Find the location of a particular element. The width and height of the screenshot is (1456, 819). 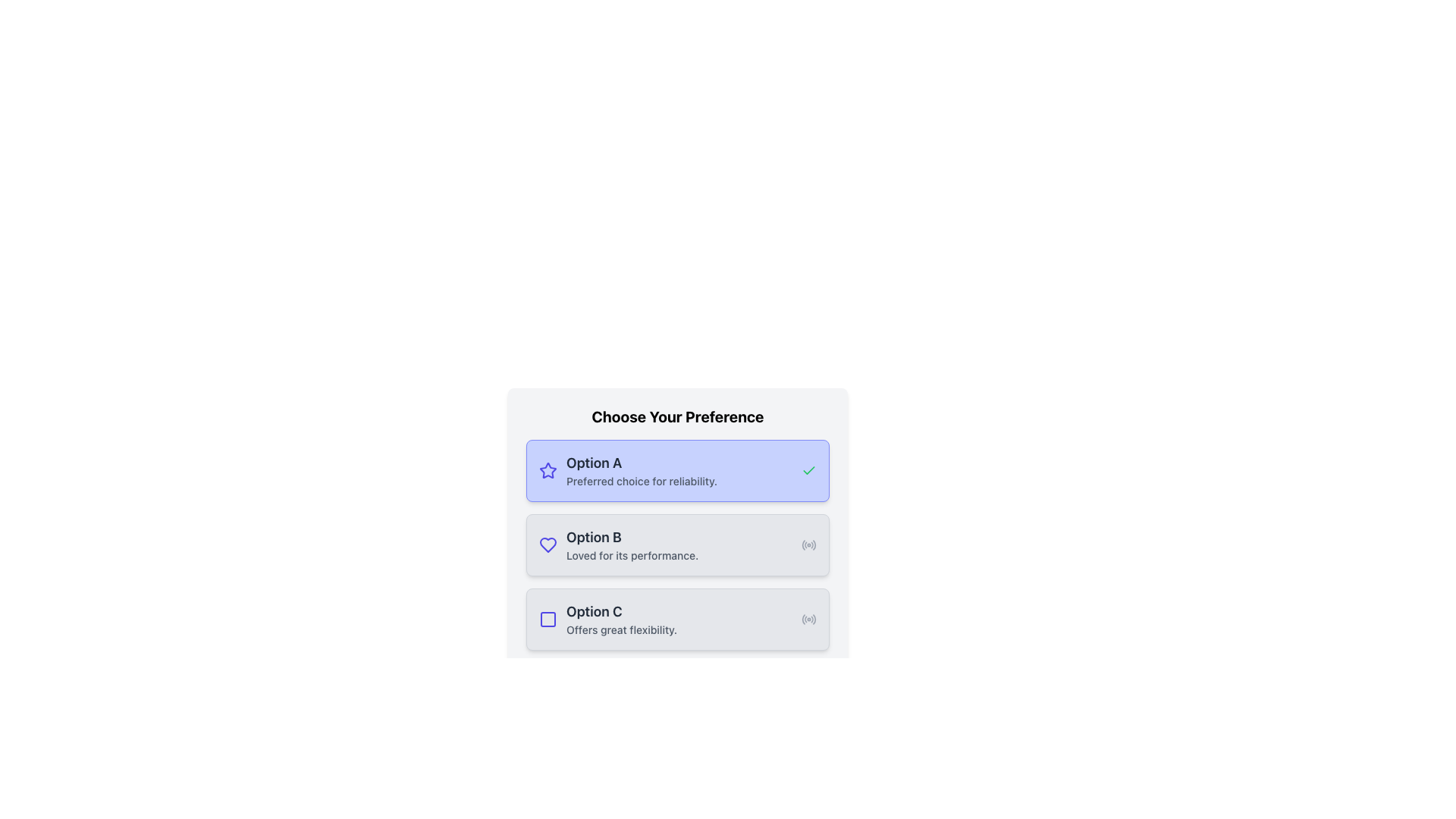

the thin curved line resembling part of a circular radio signal icon, styled with a gray stroke, located in the bottom-right corner of the 'Option C' card is located at coordinates (814, 619).